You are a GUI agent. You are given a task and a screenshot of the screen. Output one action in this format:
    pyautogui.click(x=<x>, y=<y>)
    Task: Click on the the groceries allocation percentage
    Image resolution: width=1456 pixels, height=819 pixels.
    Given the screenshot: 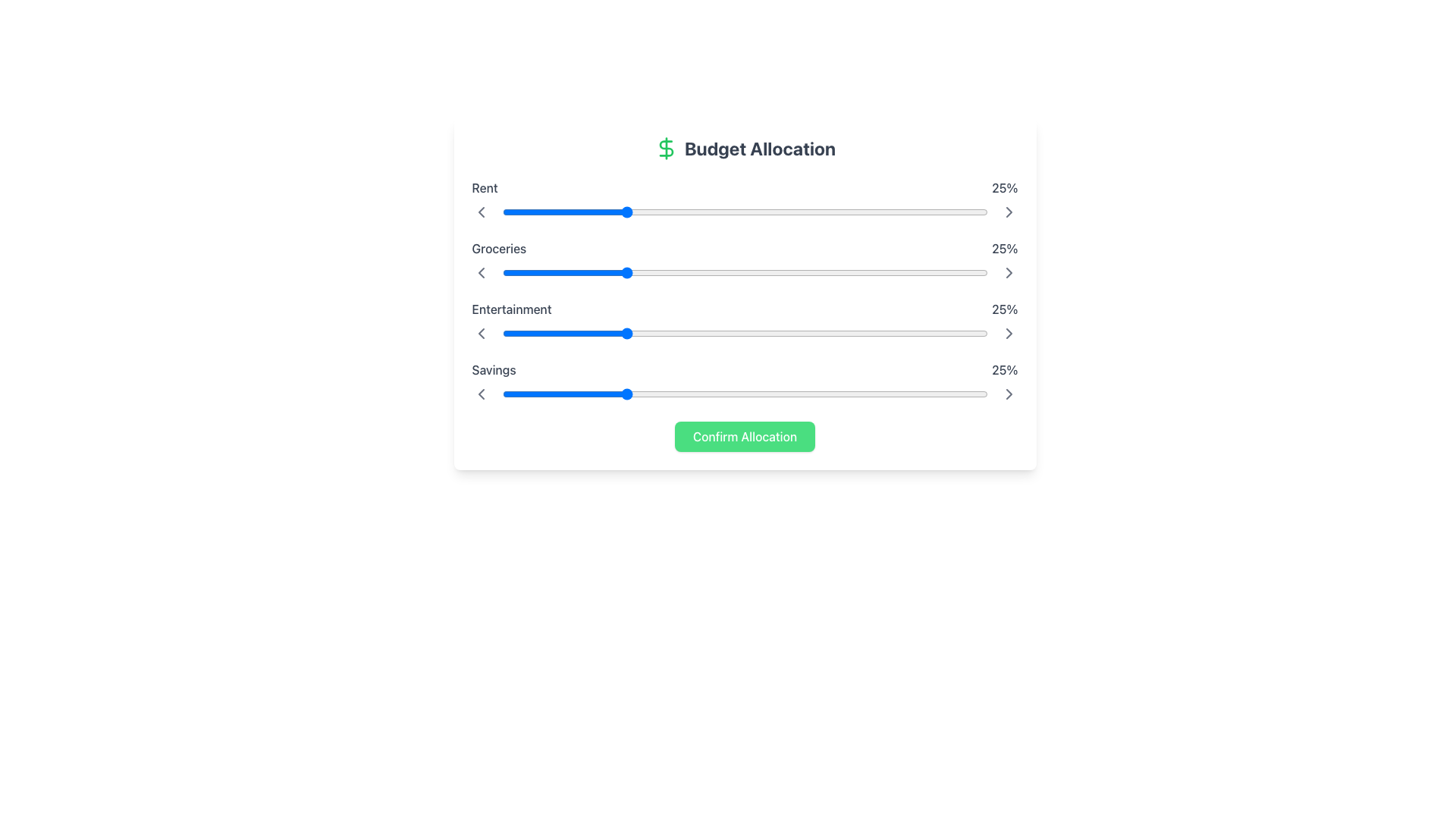 What is the action you would take?
    pyautogui.click(x=807, y=271)
    